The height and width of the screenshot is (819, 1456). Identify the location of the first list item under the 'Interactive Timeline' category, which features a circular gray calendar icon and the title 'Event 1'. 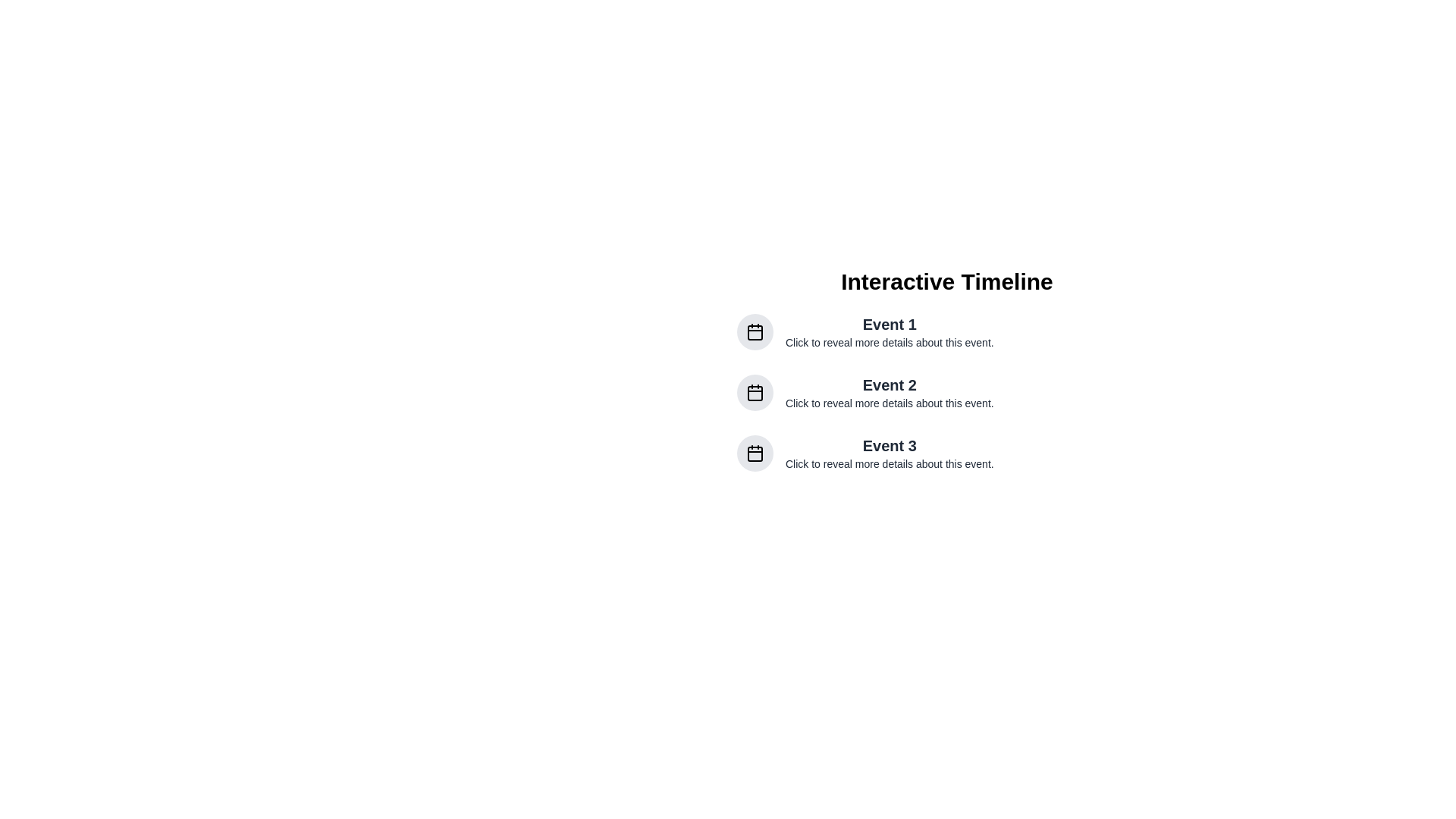
(946, 331).